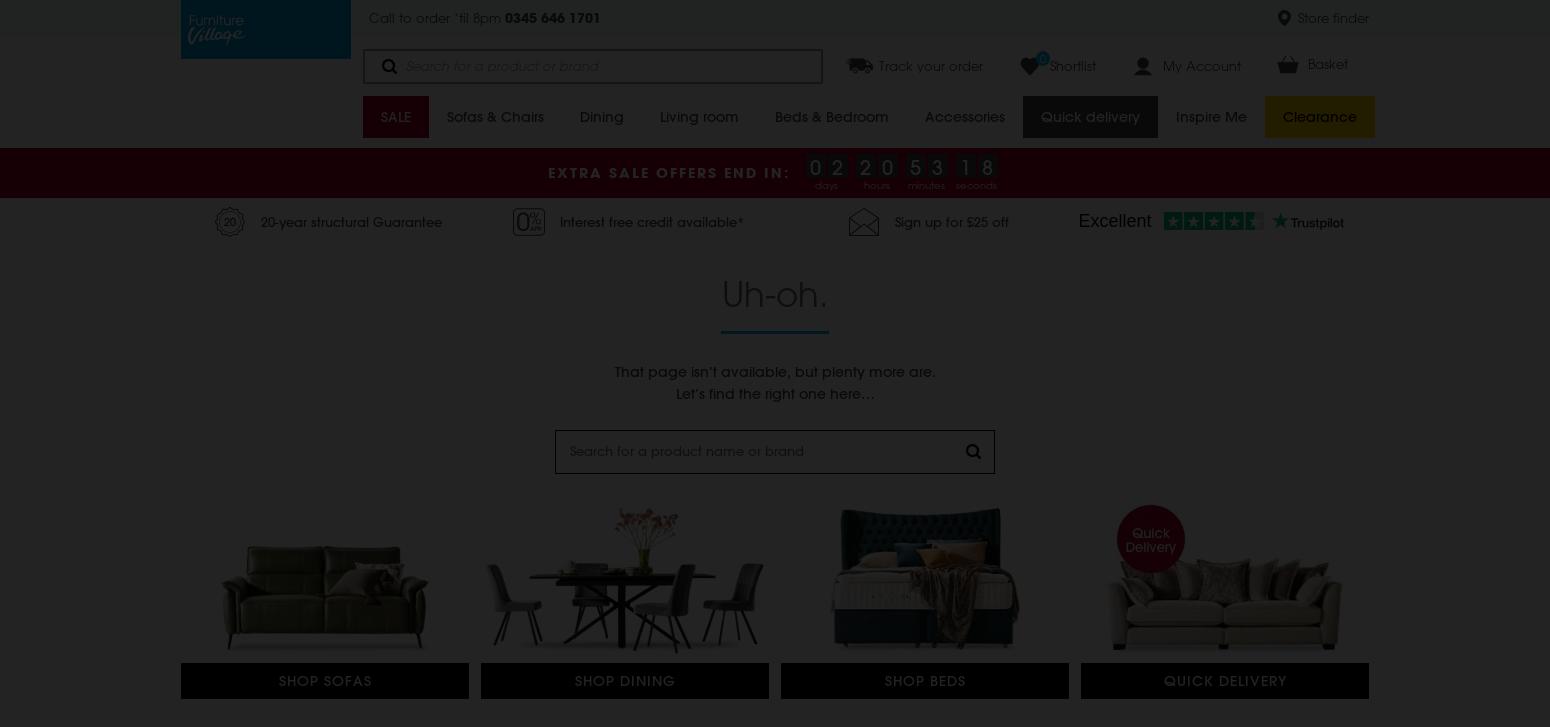 This screenshot has width=1550, height=727. Describe the element at coordinates (1202, 65) in the screenshot. I see `'My Account'` at that location.